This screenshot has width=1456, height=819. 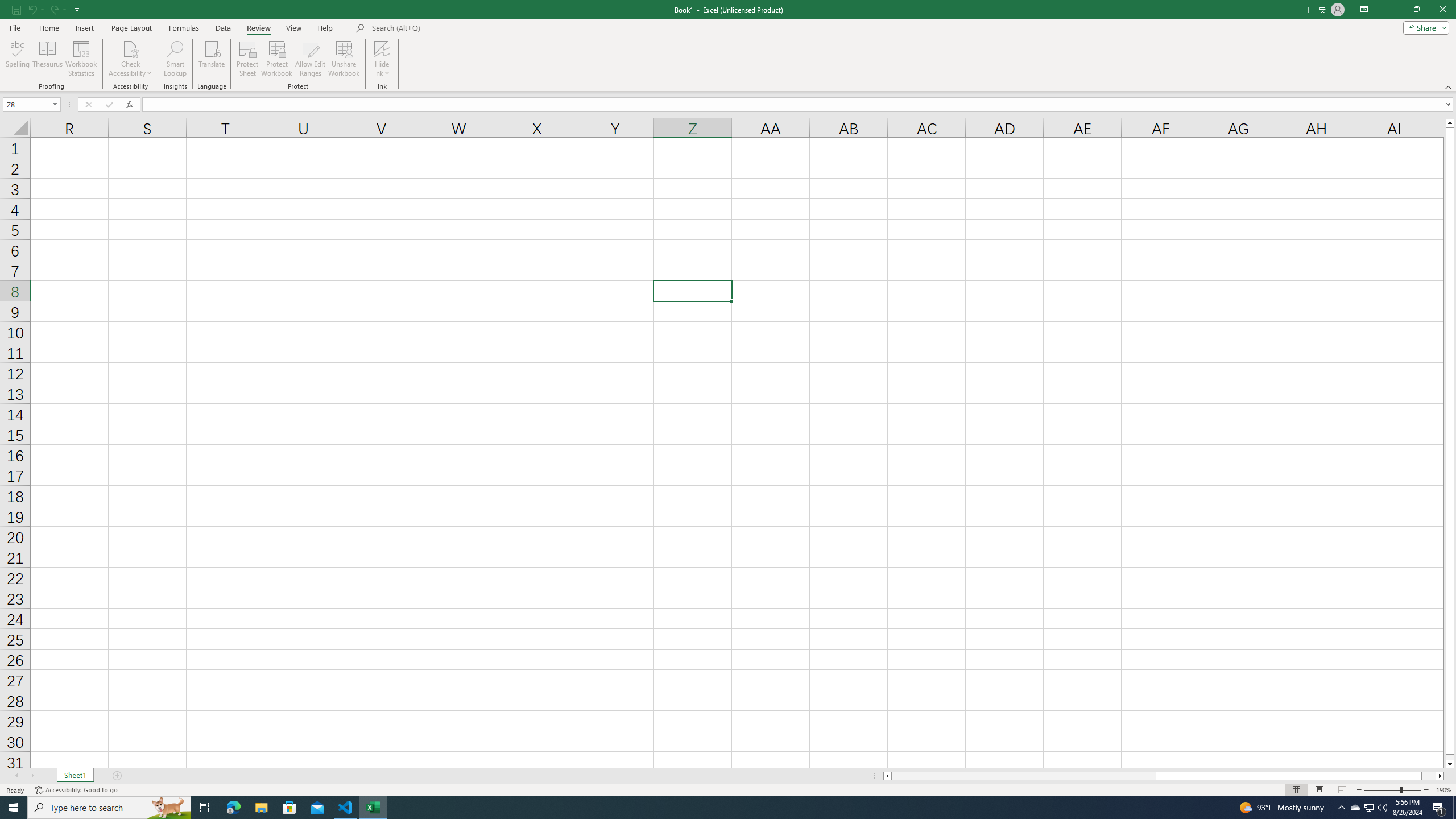 What do you see at coordinates (886, 775) in the screenshot?
I see `'Column left'` at bounding box center [886, 775].